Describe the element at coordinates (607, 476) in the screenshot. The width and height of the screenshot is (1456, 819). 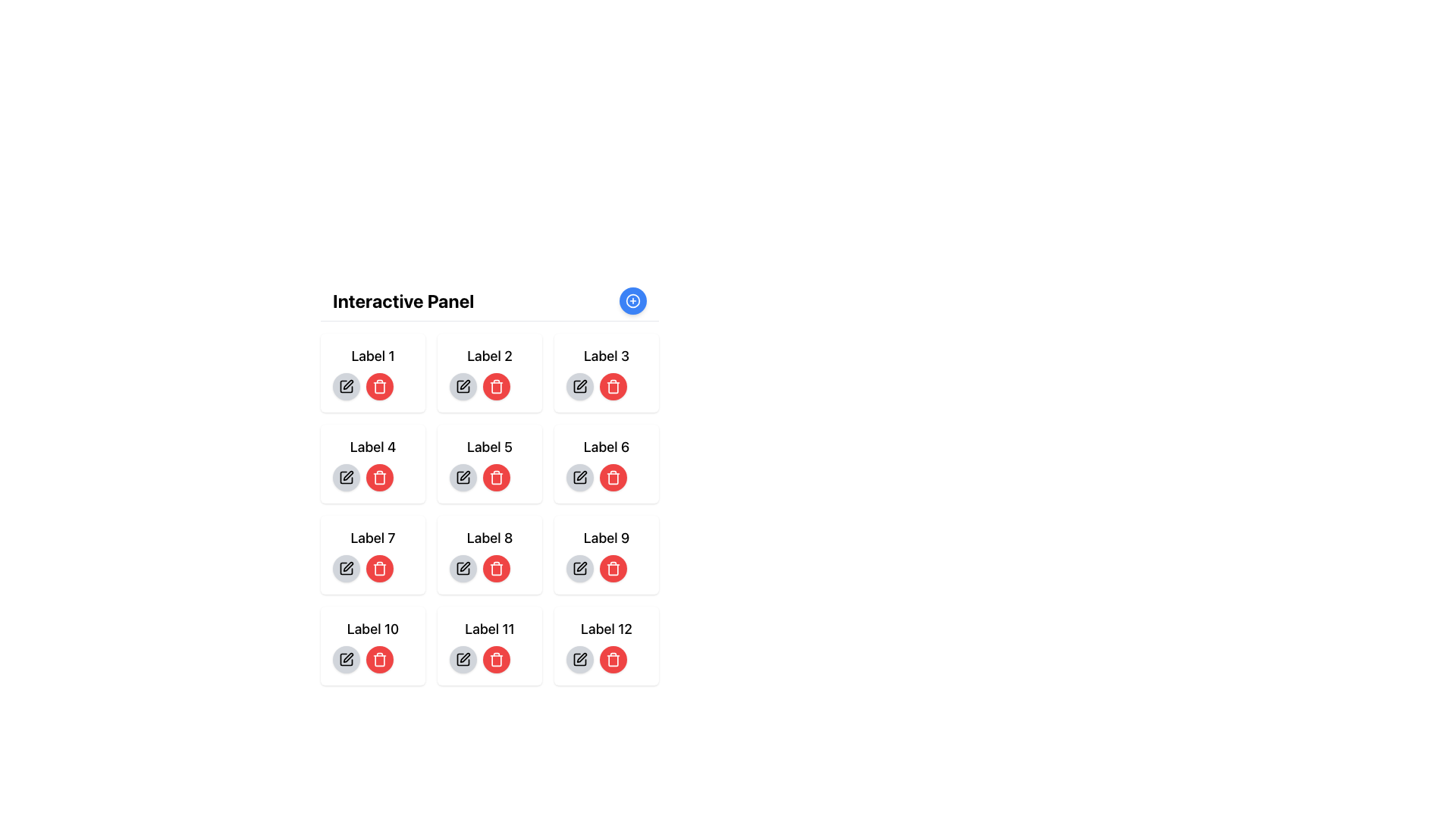
I see `the circular red button with a white trash icon, labeled 'Label 6'` at that location.